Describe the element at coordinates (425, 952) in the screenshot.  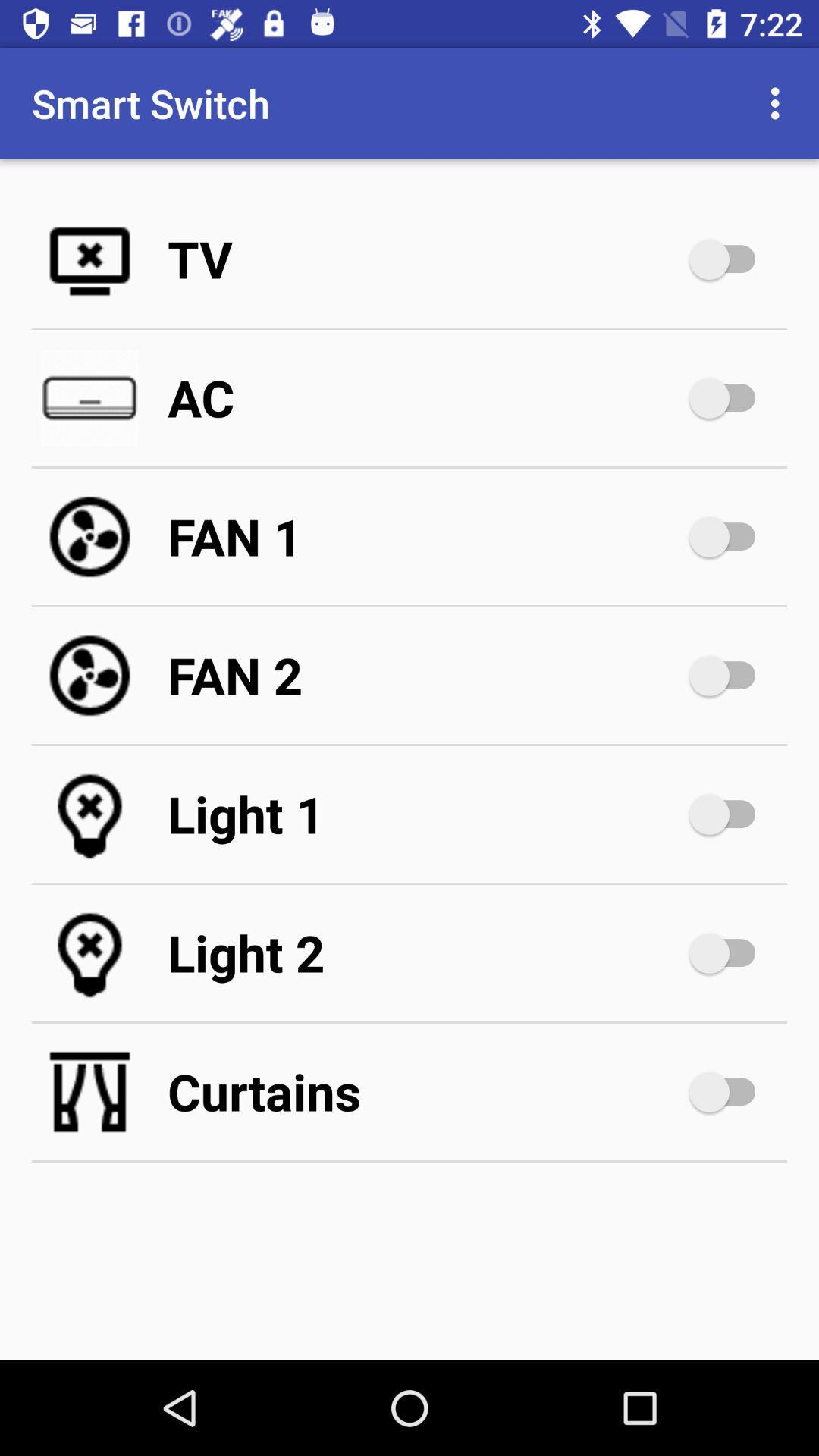
I see `light 2` at that location.